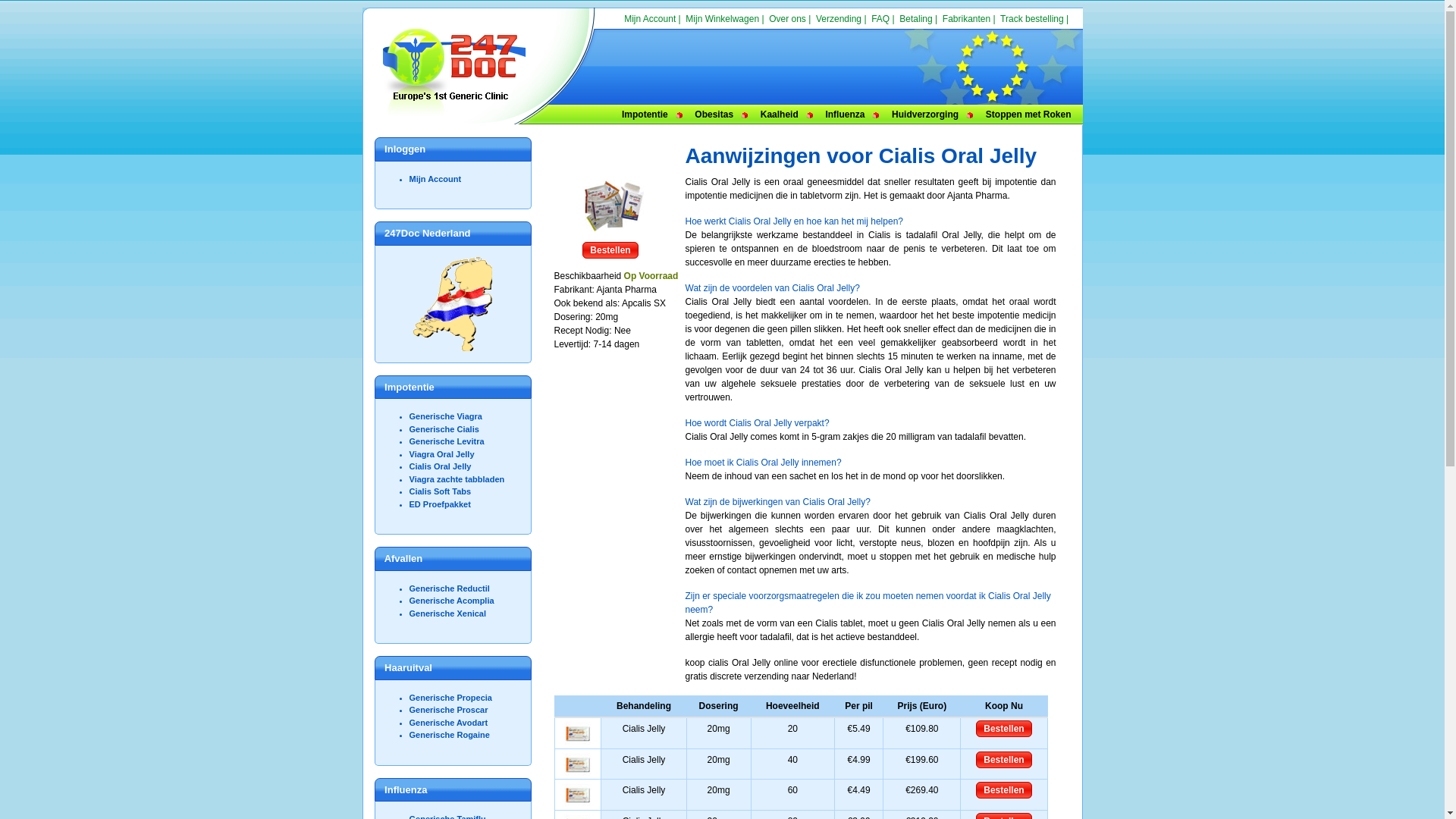 The image size is (1456, 819). Describe the element at coordinates (447, 611) in the screenshot. I see `'Generische Xenical'` at that location.